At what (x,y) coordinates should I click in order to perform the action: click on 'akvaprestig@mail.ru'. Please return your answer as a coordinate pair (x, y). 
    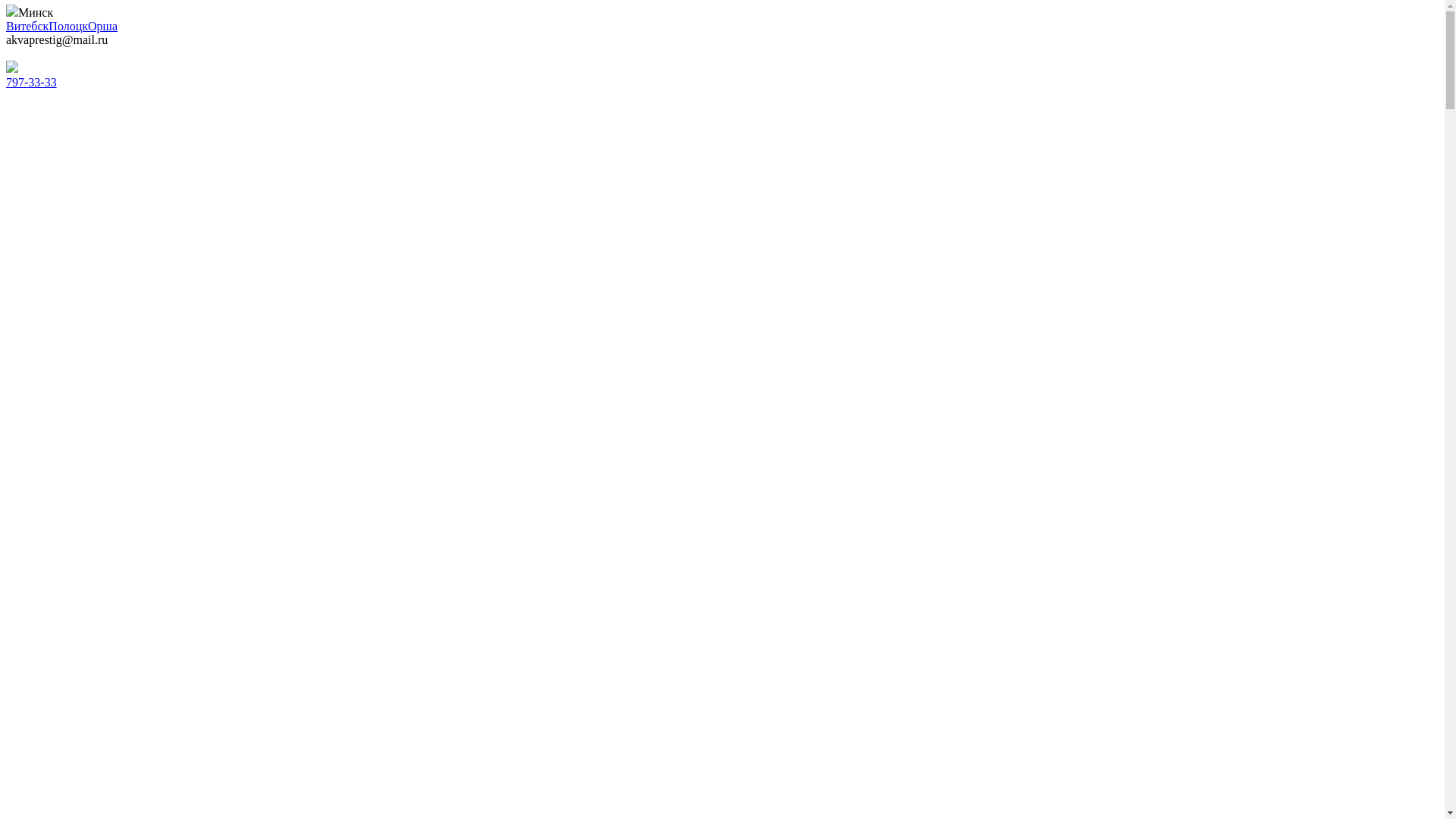
    Looking at the image, I should click on (57, 39).